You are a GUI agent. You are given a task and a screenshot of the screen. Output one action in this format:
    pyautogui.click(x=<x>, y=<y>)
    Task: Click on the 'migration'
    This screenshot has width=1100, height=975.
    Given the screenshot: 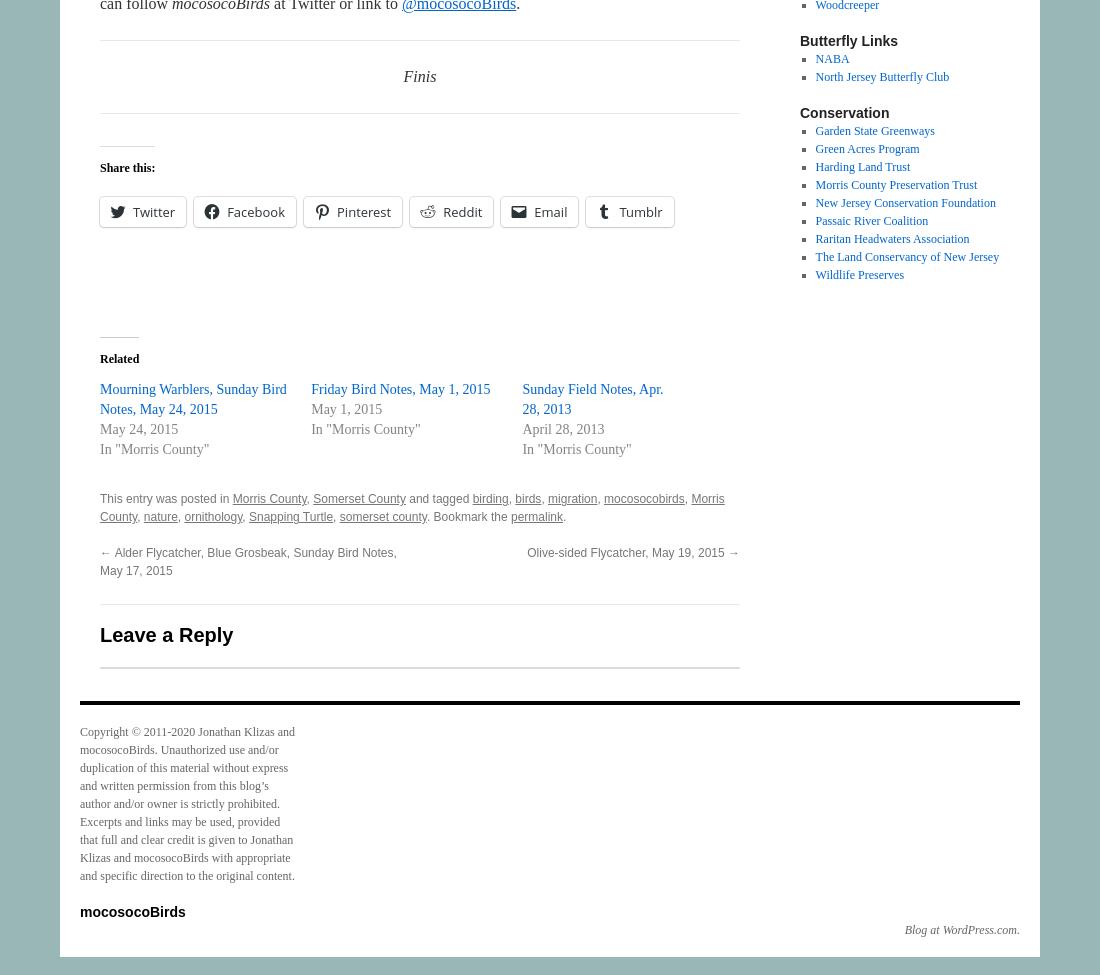 What is the action you would take?
    pyautogui.click(x=571, y=498)
    